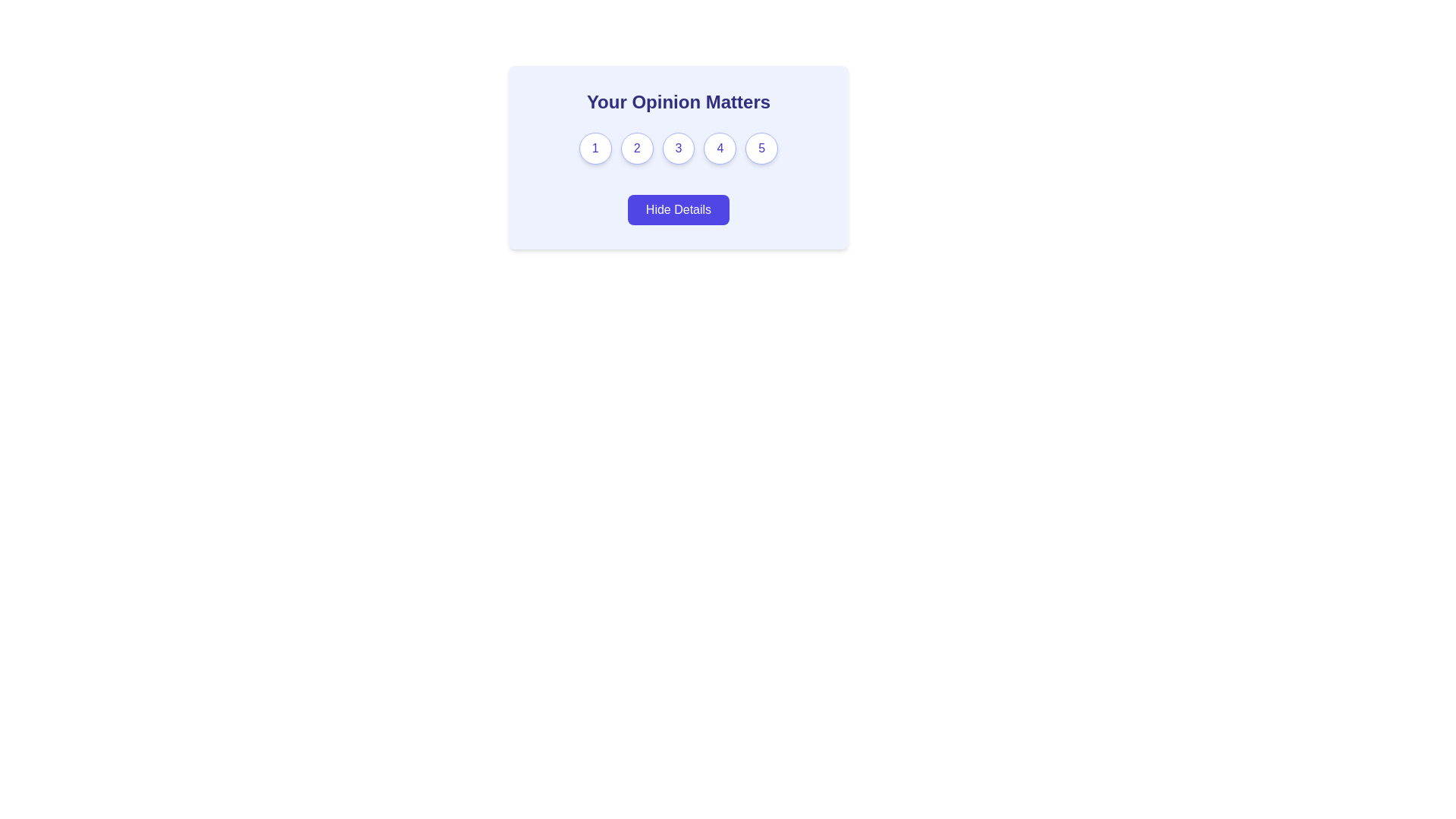 The width and height of the screenshot is (1456, 819). What do you see at coordinates (637, 149) in the screenshot?
I see `the circular button with a white background and blue border that displays the number '2' in bold blue text` at bounding box center [637, 149].